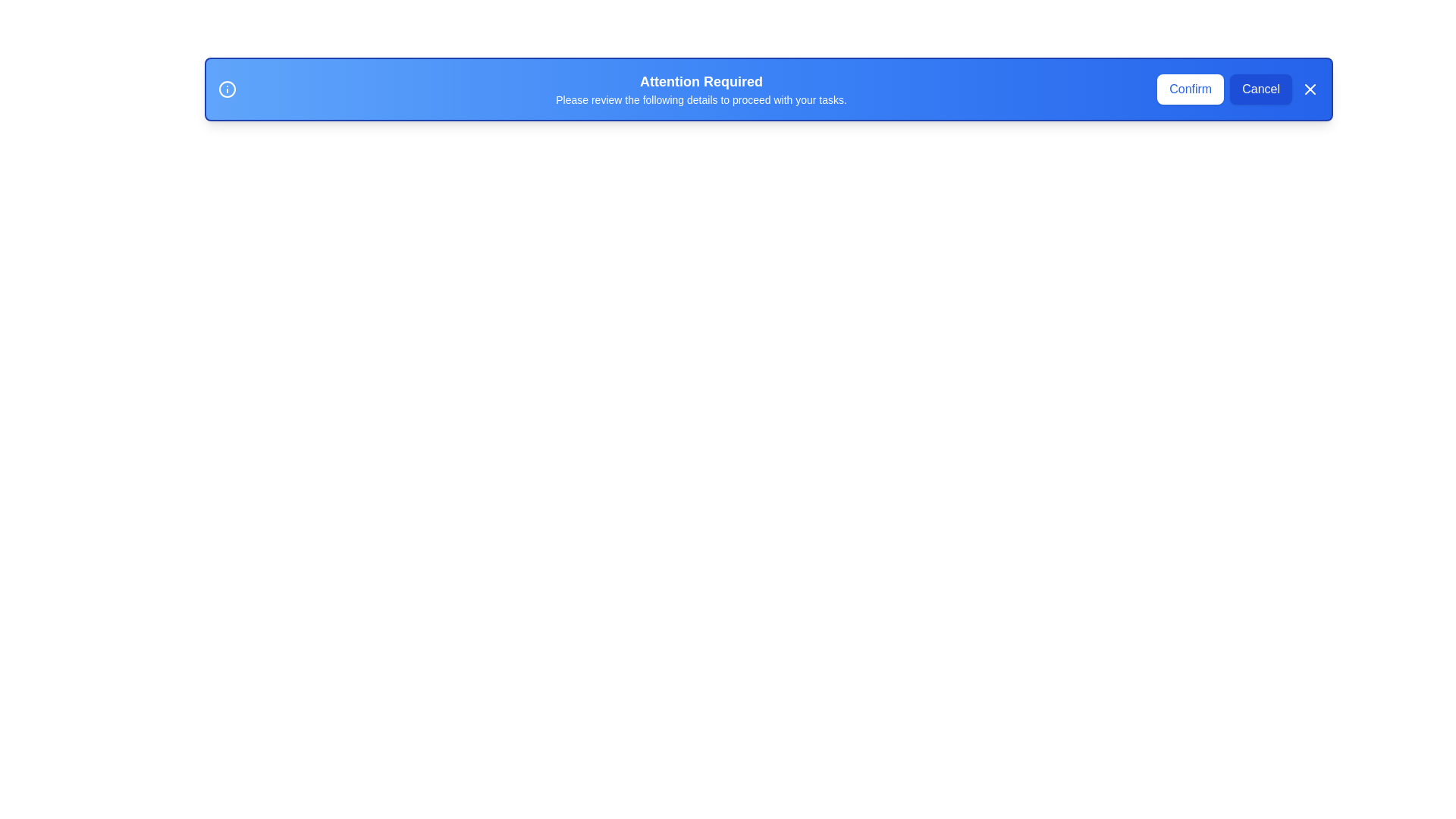 The image size is (1456, 819). I want to click on the informational icon in the notification bar, so click(226, 89).